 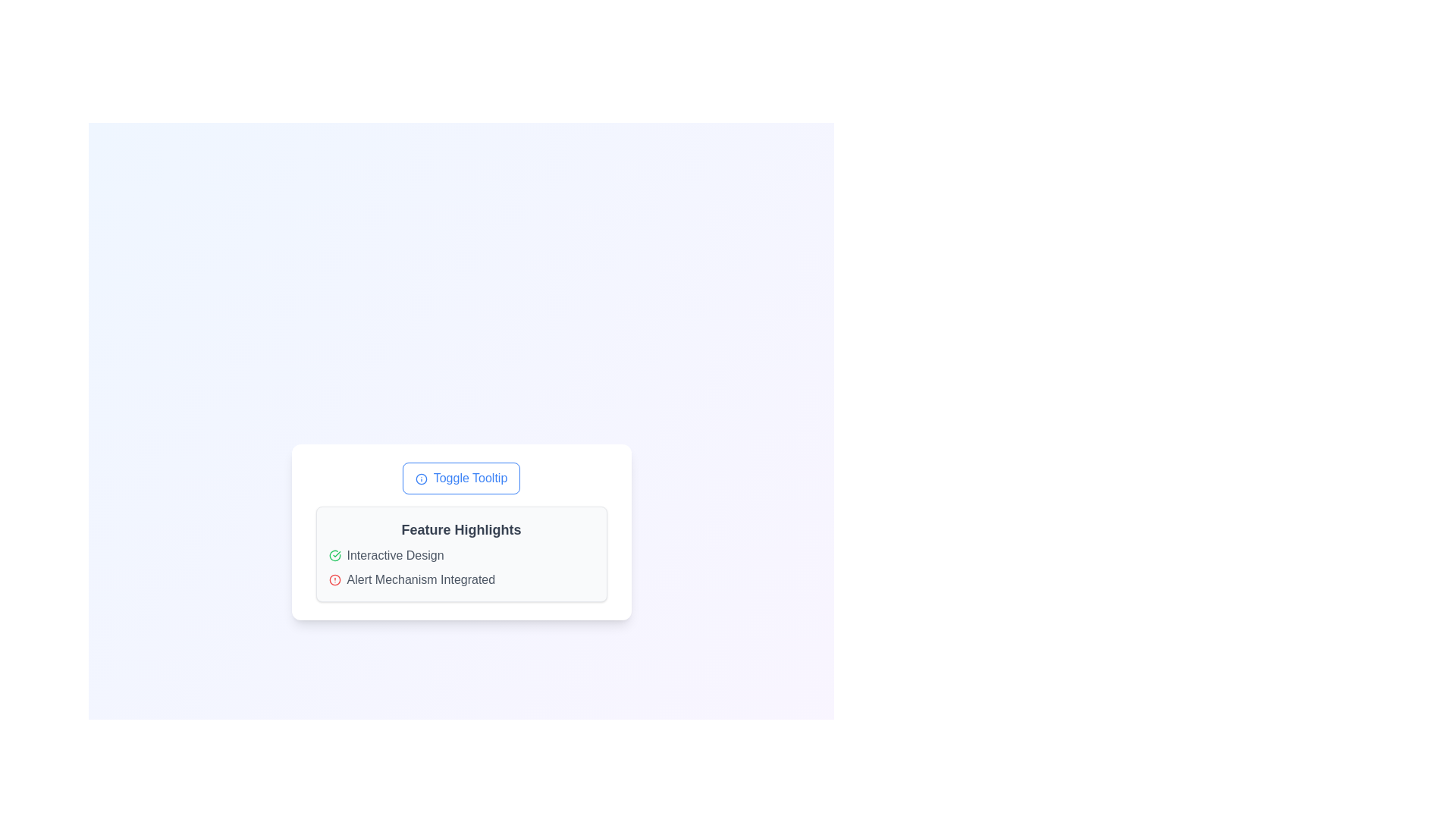 I want to click on the graphical icon or status indicator located beneath the 'Feature Highlights' heading and to the left of the 'Interactive Design' text, so click(x=334, y=555).